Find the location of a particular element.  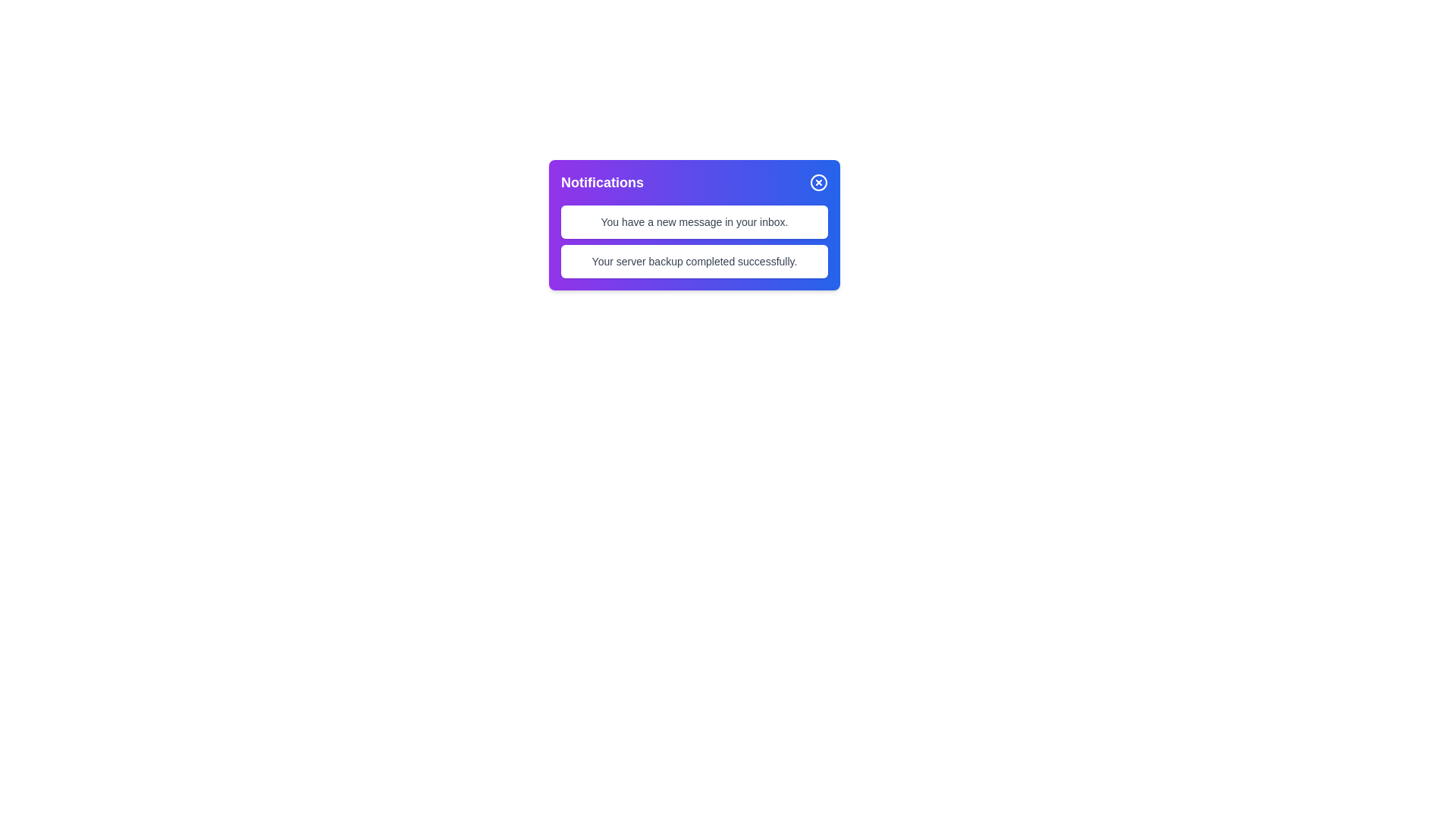

text notification that states 'Your server backup completed successfully.' which is styled with a white background and light gray text, located in the purple notification card below another notification is located at coordinates (694, 260).